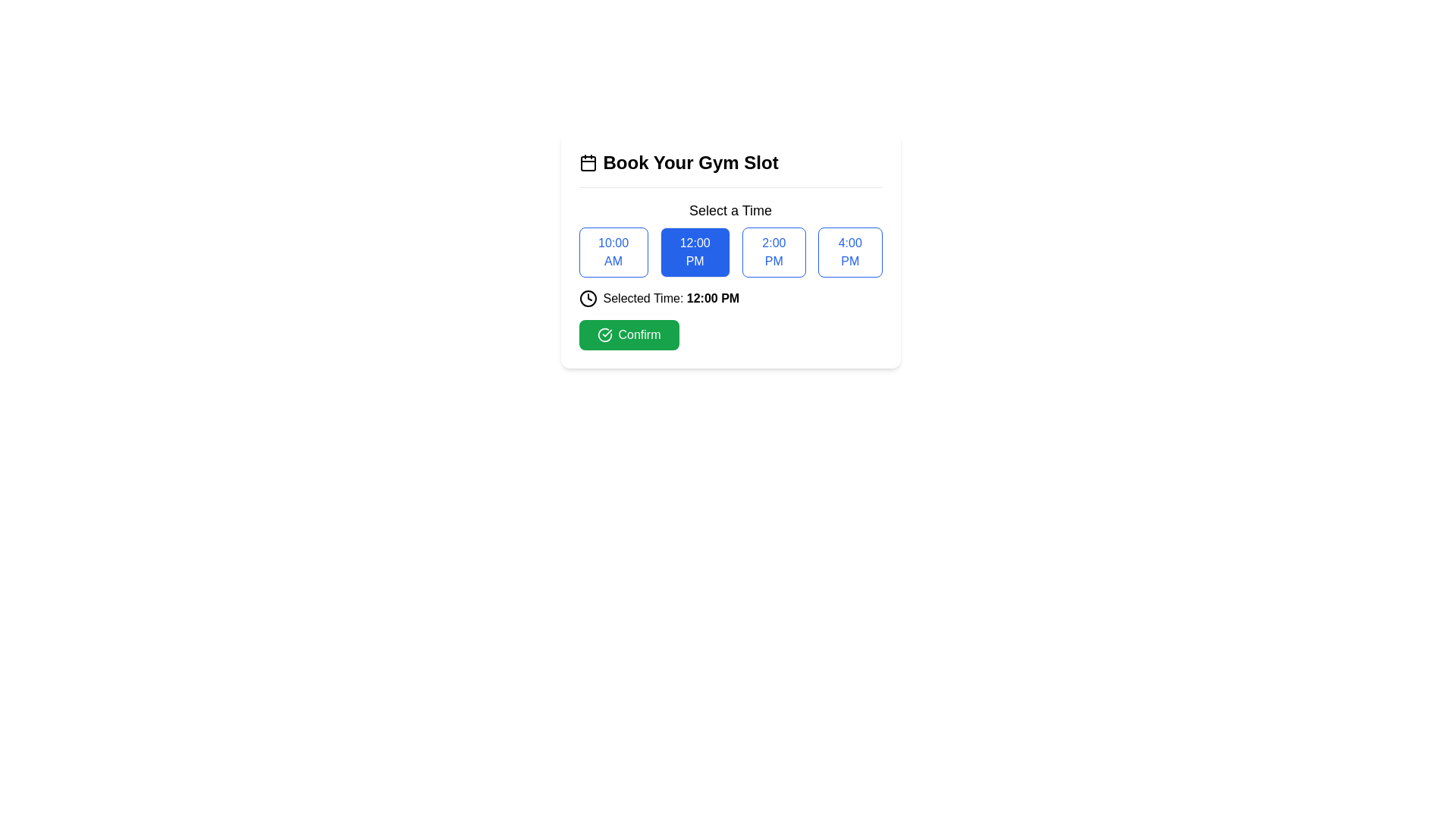 The height and width of the screenshot is (819, 1456). Describe the element at coordinates (730, 249) in the screenshot. I see `the Time selection button for 12:00 PM` at that location.